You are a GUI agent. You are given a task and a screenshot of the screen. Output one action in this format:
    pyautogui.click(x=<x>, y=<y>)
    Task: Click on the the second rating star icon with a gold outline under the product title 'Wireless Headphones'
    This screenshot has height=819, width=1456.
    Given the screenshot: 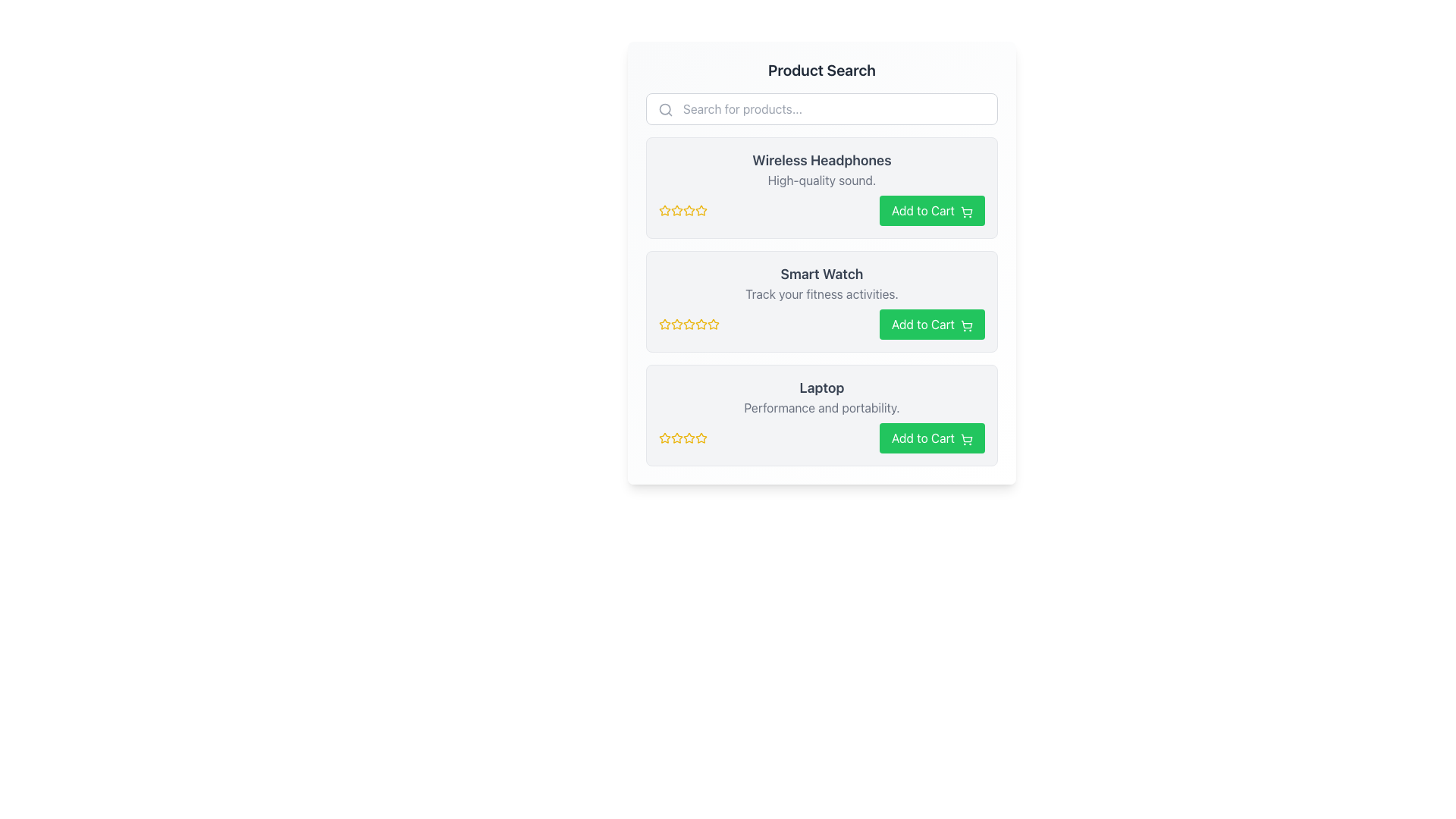 What is the action you would take?
    pyautogui.click(x=701, y=210)
    